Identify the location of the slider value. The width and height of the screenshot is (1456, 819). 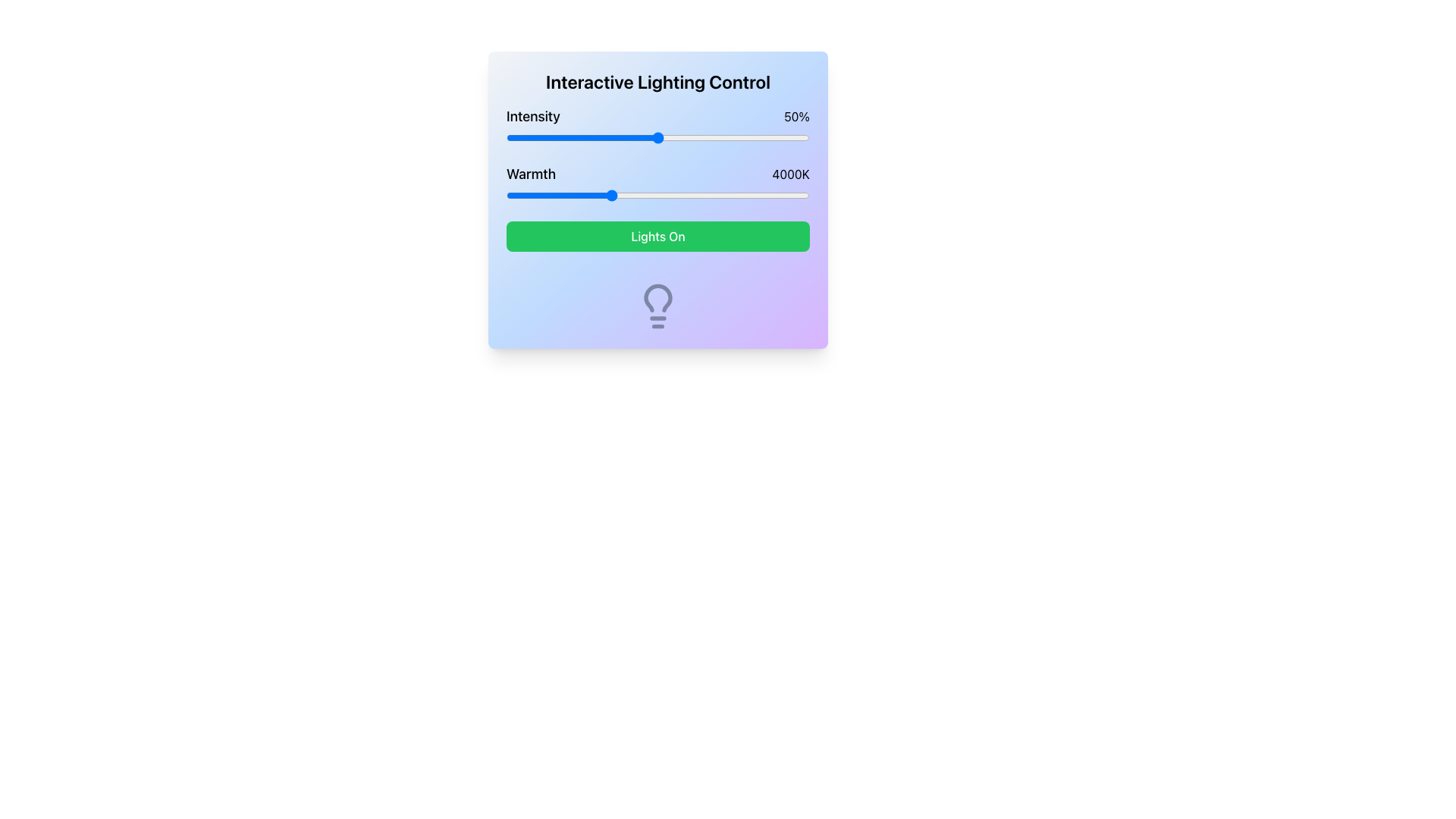
(585, 137).